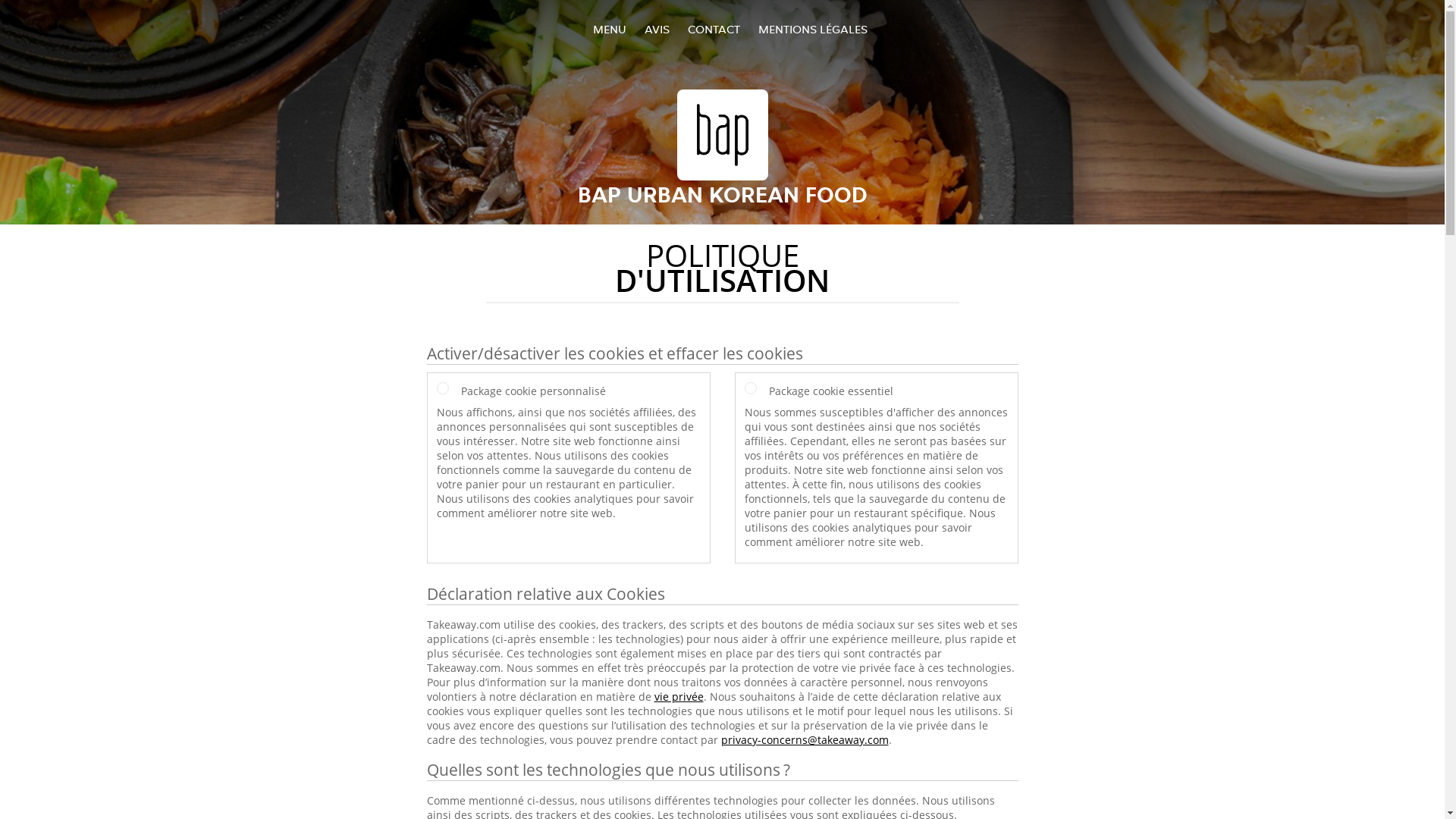 The width and height of the screenshot is (1456, 819). What do you see at coordinates (712, 29) in the screenshot?
I see `'CONTACT'` at bounding box center [712, 29].